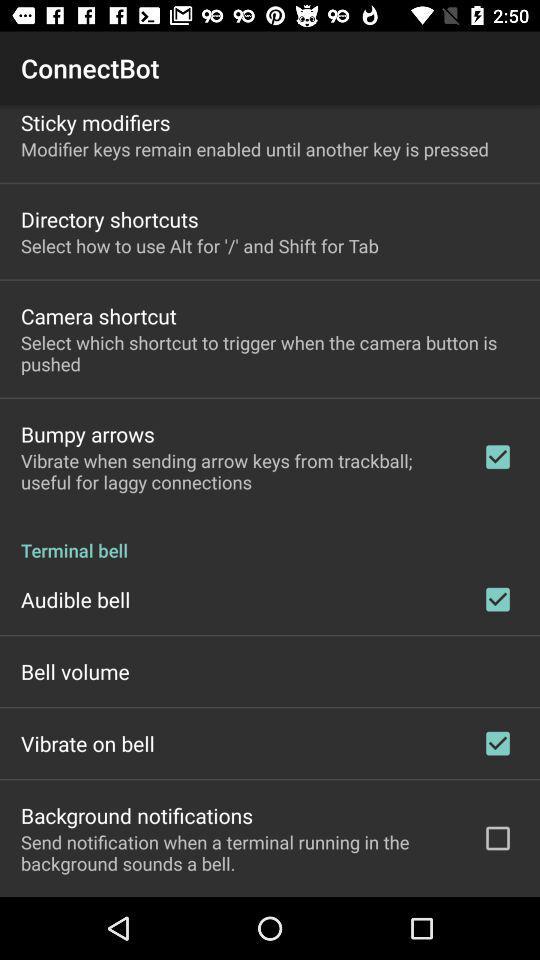 The image size is (540, 960). What do you see at coordinates (238, 851) in the screenshot?
I see `icon below background notifications icon` at bounding box center [238, 851].